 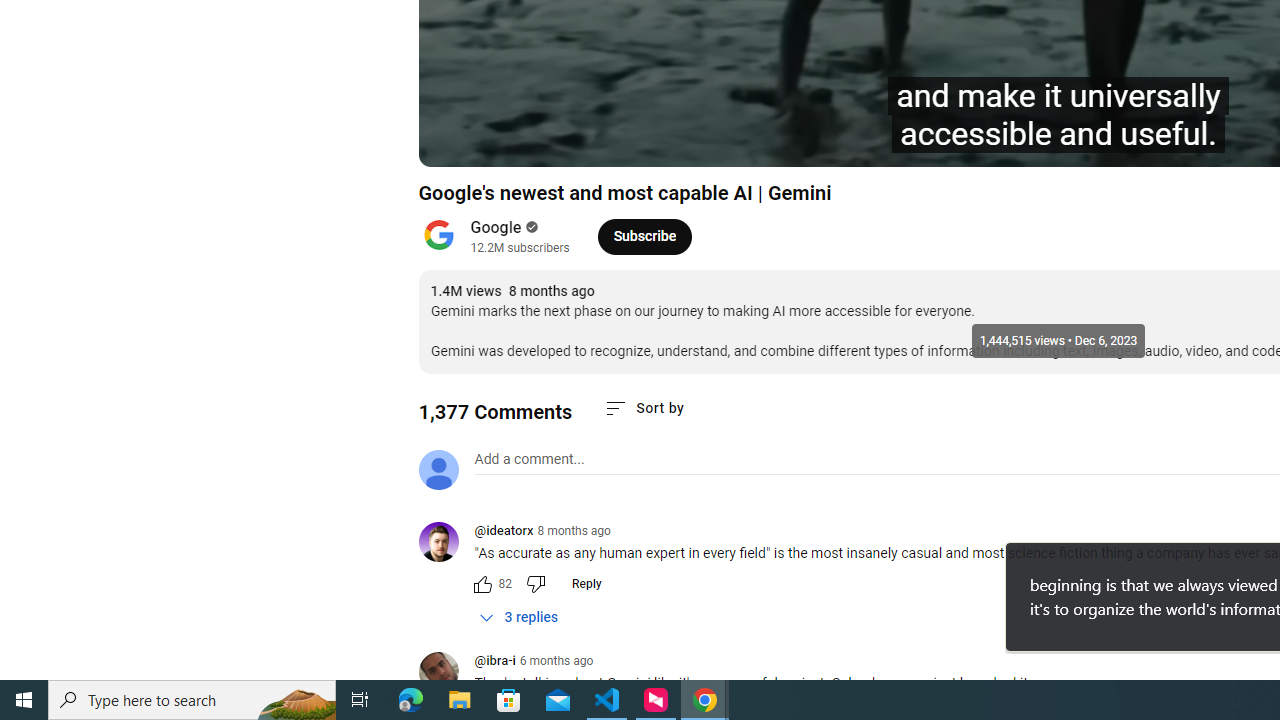 What do you see at coordinates (644, 235) in the screenshot?
I see `'Subscribe to Google.'` at bounding box center [644, 235].